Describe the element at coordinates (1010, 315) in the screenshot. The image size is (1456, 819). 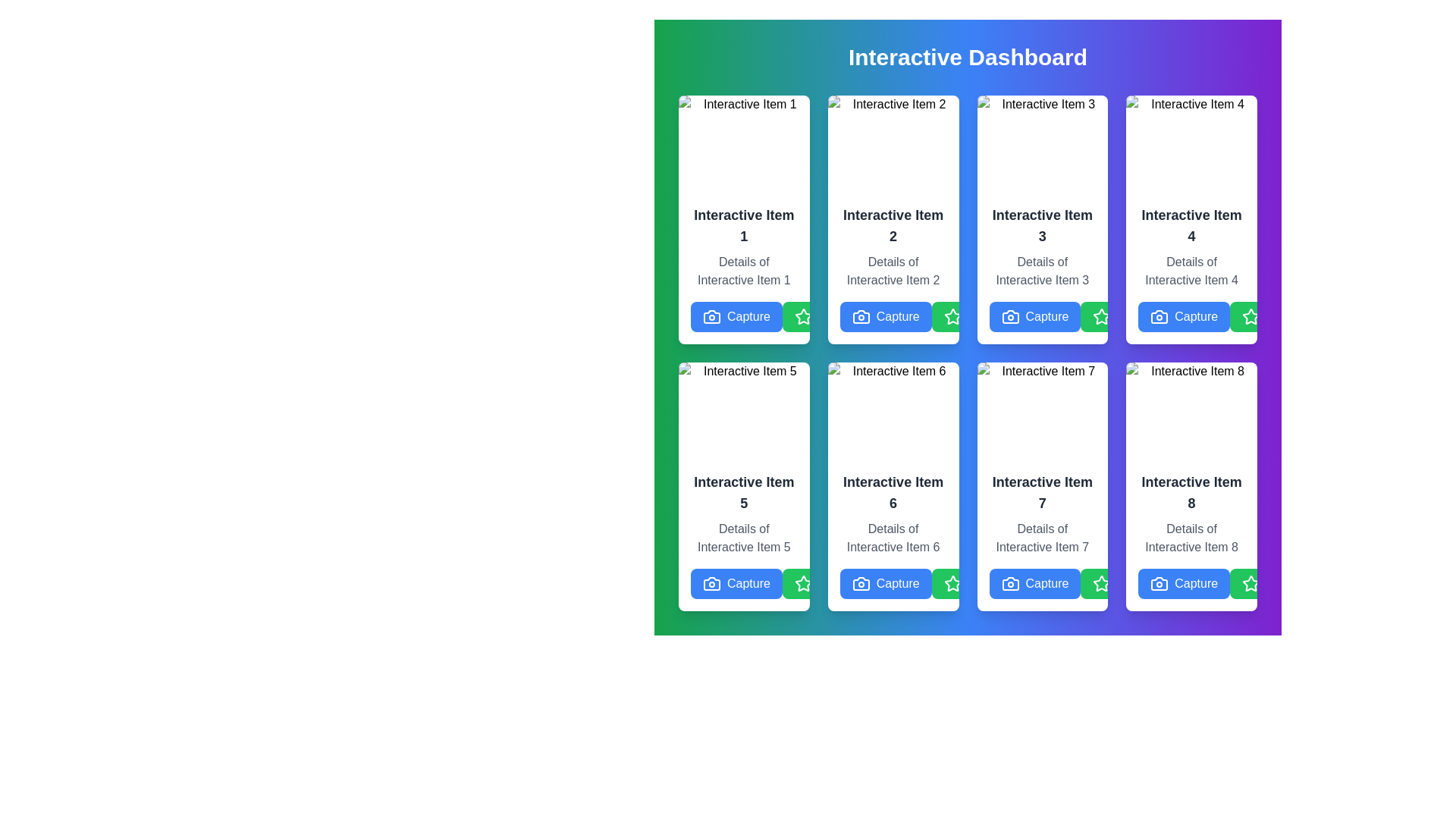
I see `the decorative icon within the 'Capture' button located in the third card of the grid layout, which indicates capturing or recording functionality` at that location.